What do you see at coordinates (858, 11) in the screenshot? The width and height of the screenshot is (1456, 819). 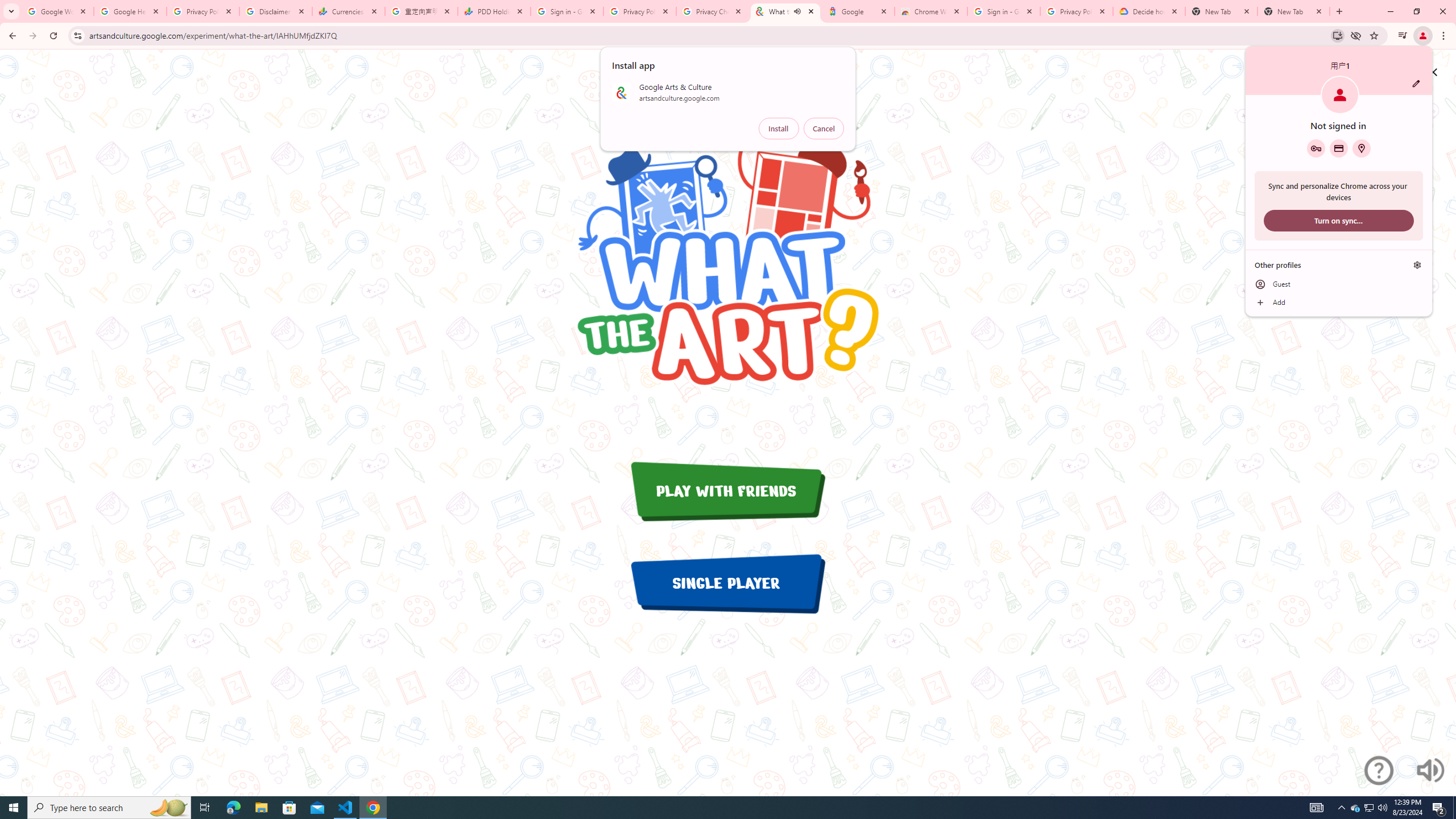 I see `'Mute tab'` at bounding box center [858, 11].